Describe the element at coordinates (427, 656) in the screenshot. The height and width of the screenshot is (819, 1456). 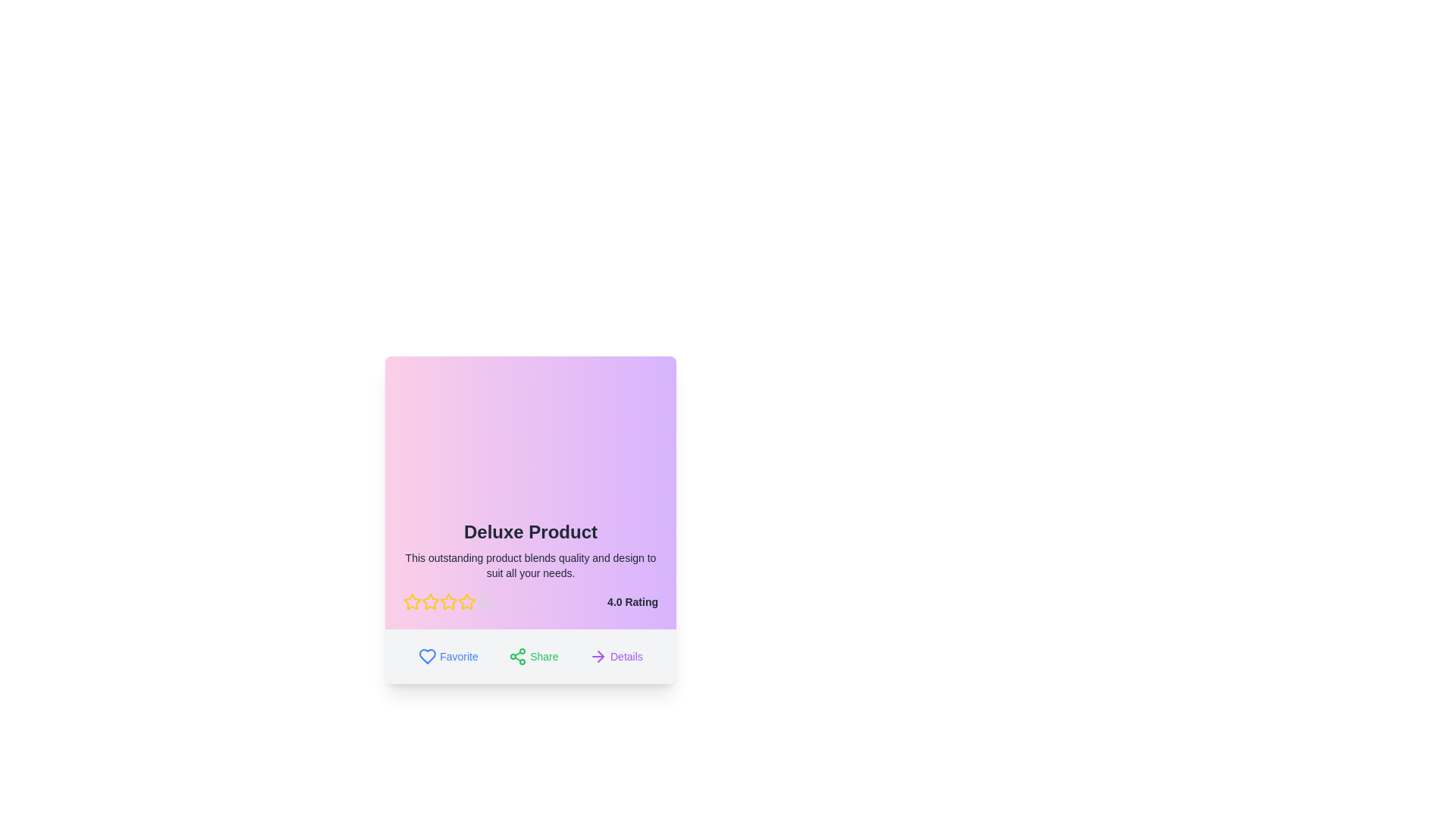
I see `the heart-shaped icon with a blue stroke located next to the 'Favorite' text label to favorite the item` at that location.